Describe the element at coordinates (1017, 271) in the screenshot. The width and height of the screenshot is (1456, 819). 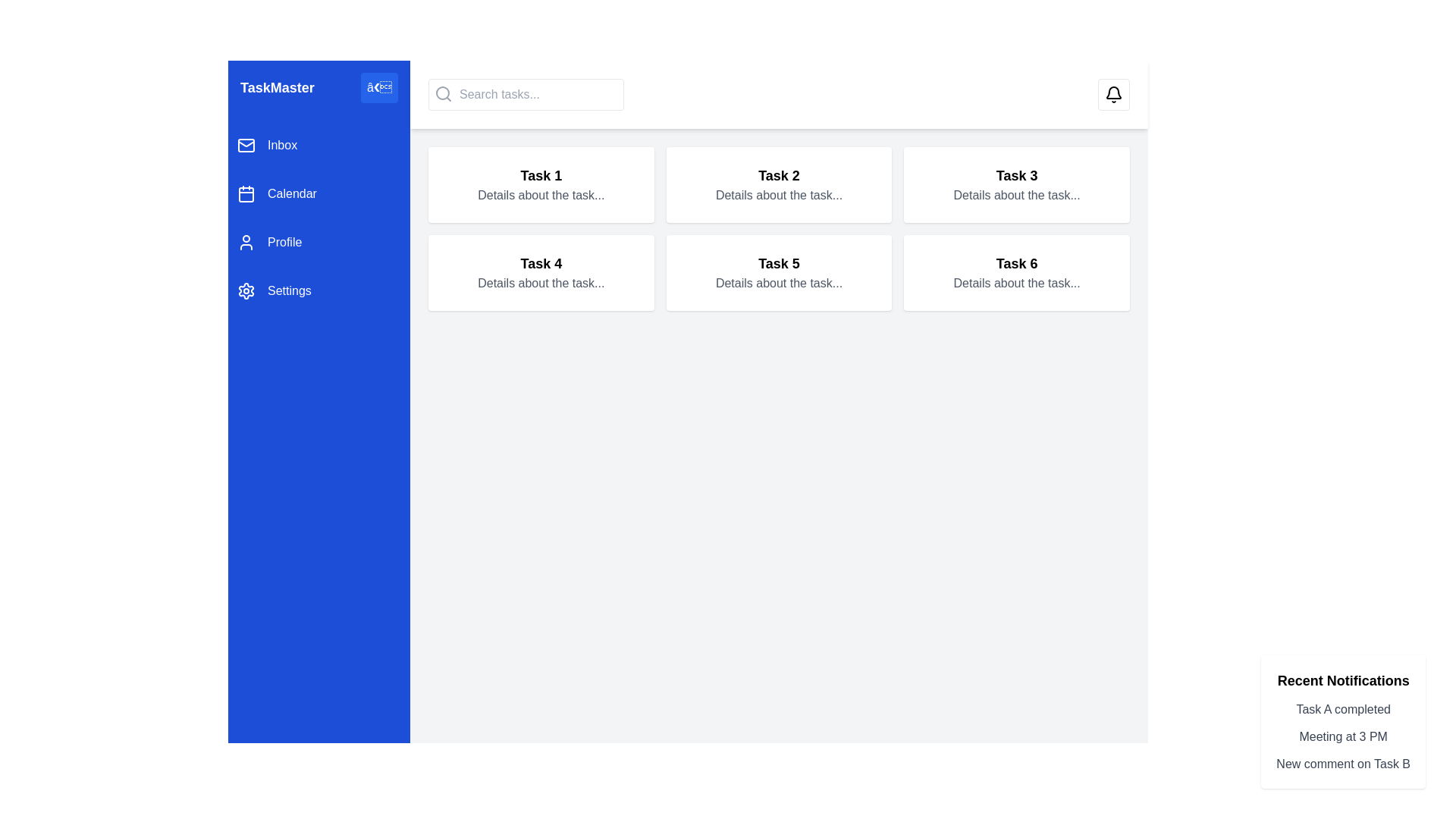
I see `the static informational card displaying 'Task 6' and its details in the bottom-right position of the grid layout` at that location.